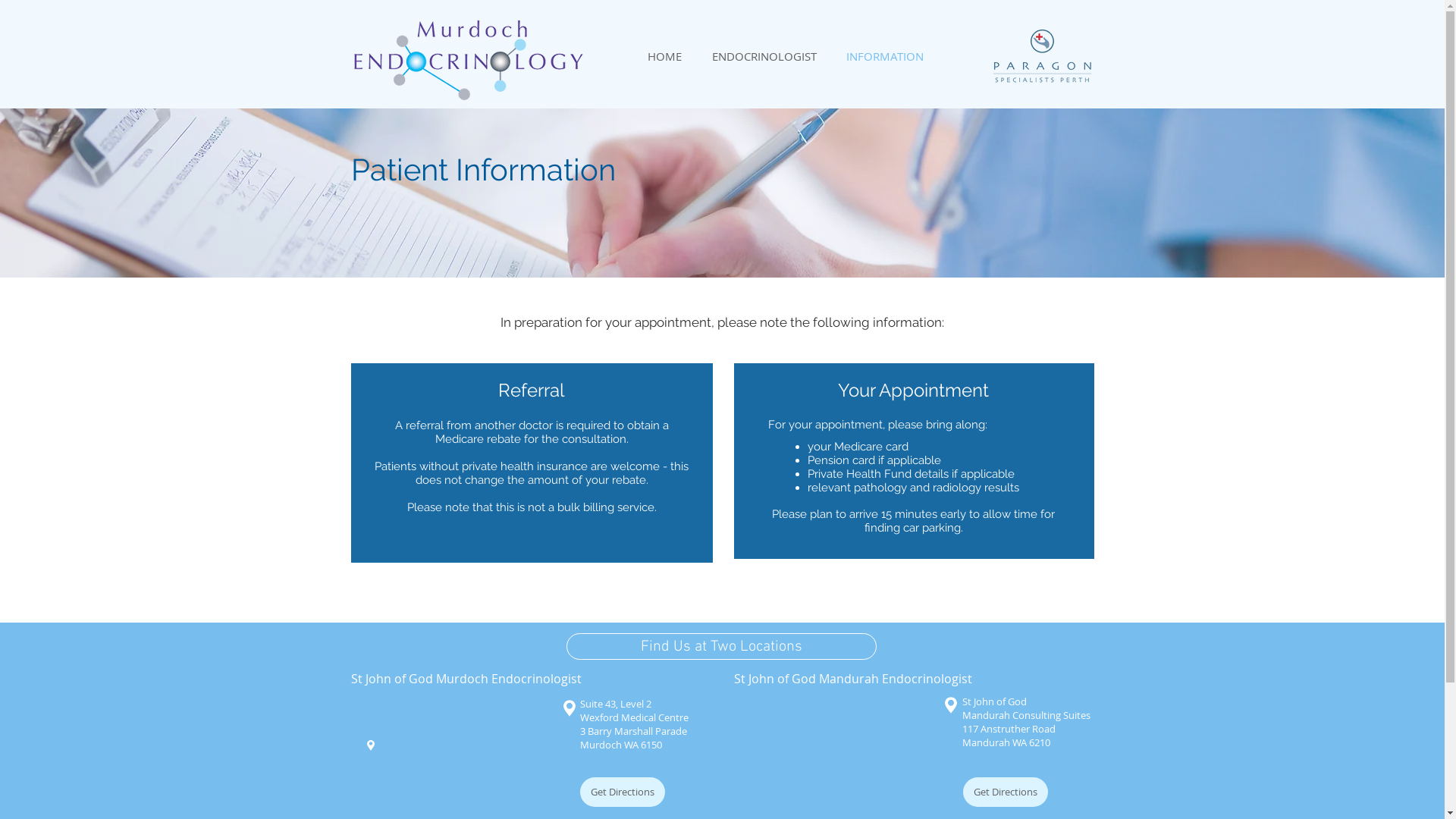  I want to click on 'HOME', so click(664, 55).